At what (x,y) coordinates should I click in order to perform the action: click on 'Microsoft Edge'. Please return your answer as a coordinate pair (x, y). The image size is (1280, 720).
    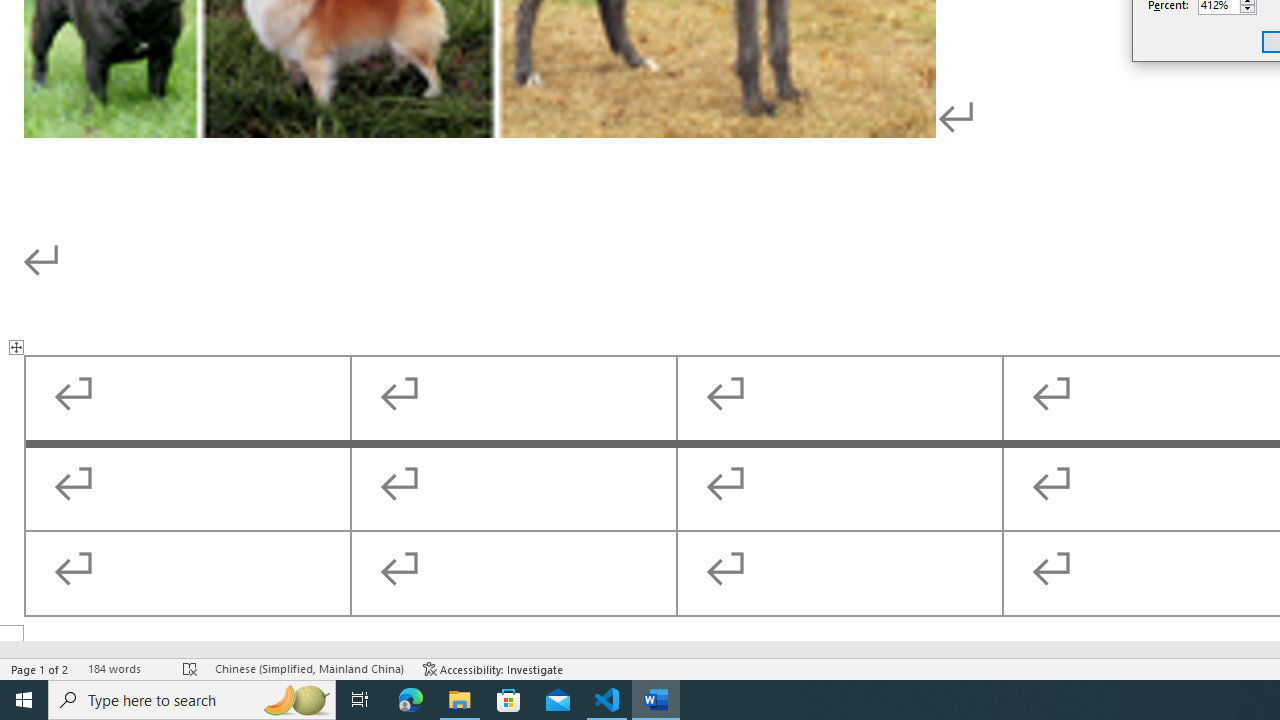
    Looking at the image, I should click on (410, 698).